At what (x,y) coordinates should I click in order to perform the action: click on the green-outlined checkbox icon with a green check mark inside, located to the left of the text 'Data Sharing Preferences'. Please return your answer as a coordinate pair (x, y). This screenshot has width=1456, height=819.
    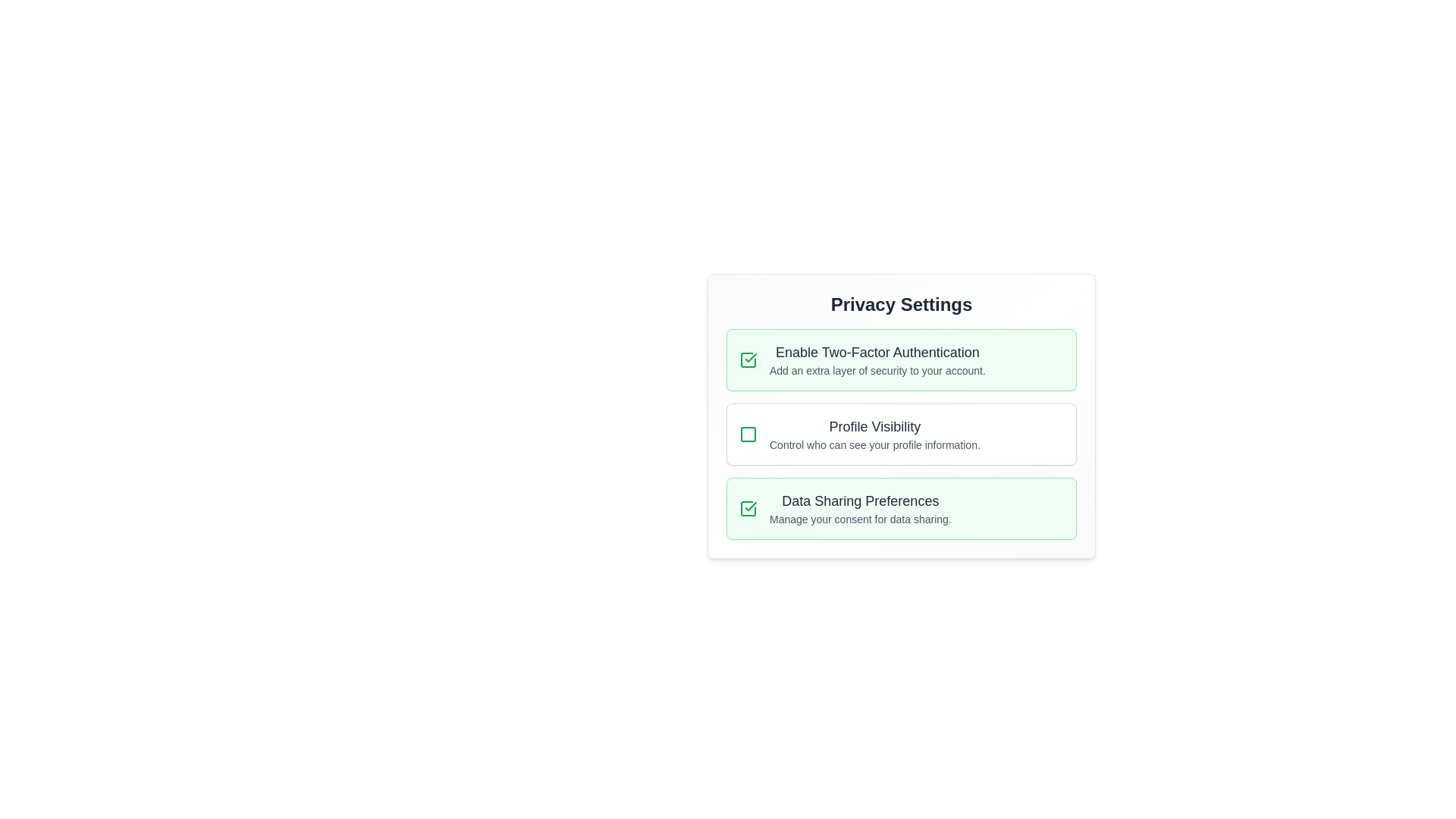
    Looking at the image, I should click on (748, 509).